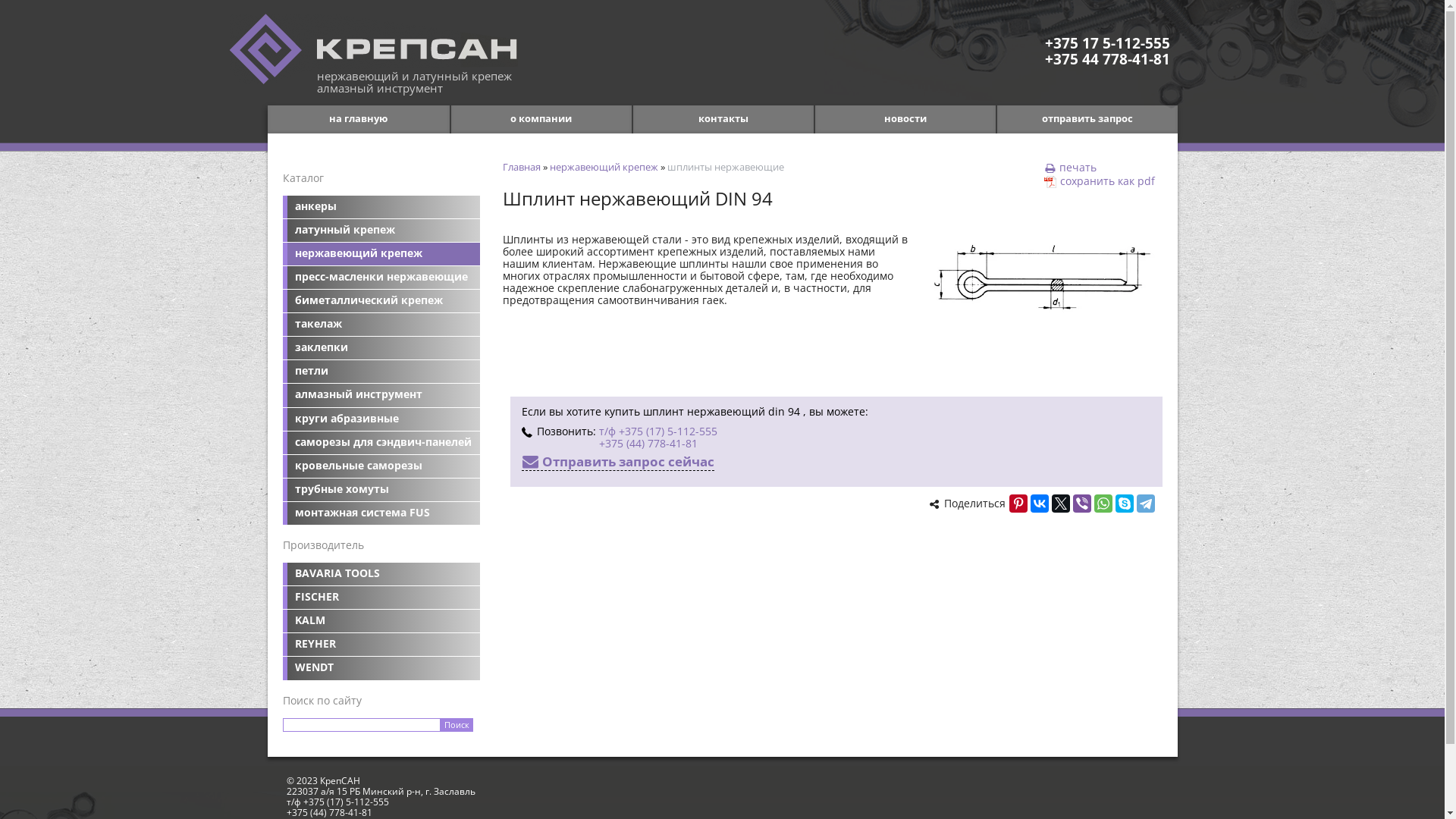 The height and width of the screenshot is (819, 1456). I want to click on 'FISCHER', so click(381, 596).